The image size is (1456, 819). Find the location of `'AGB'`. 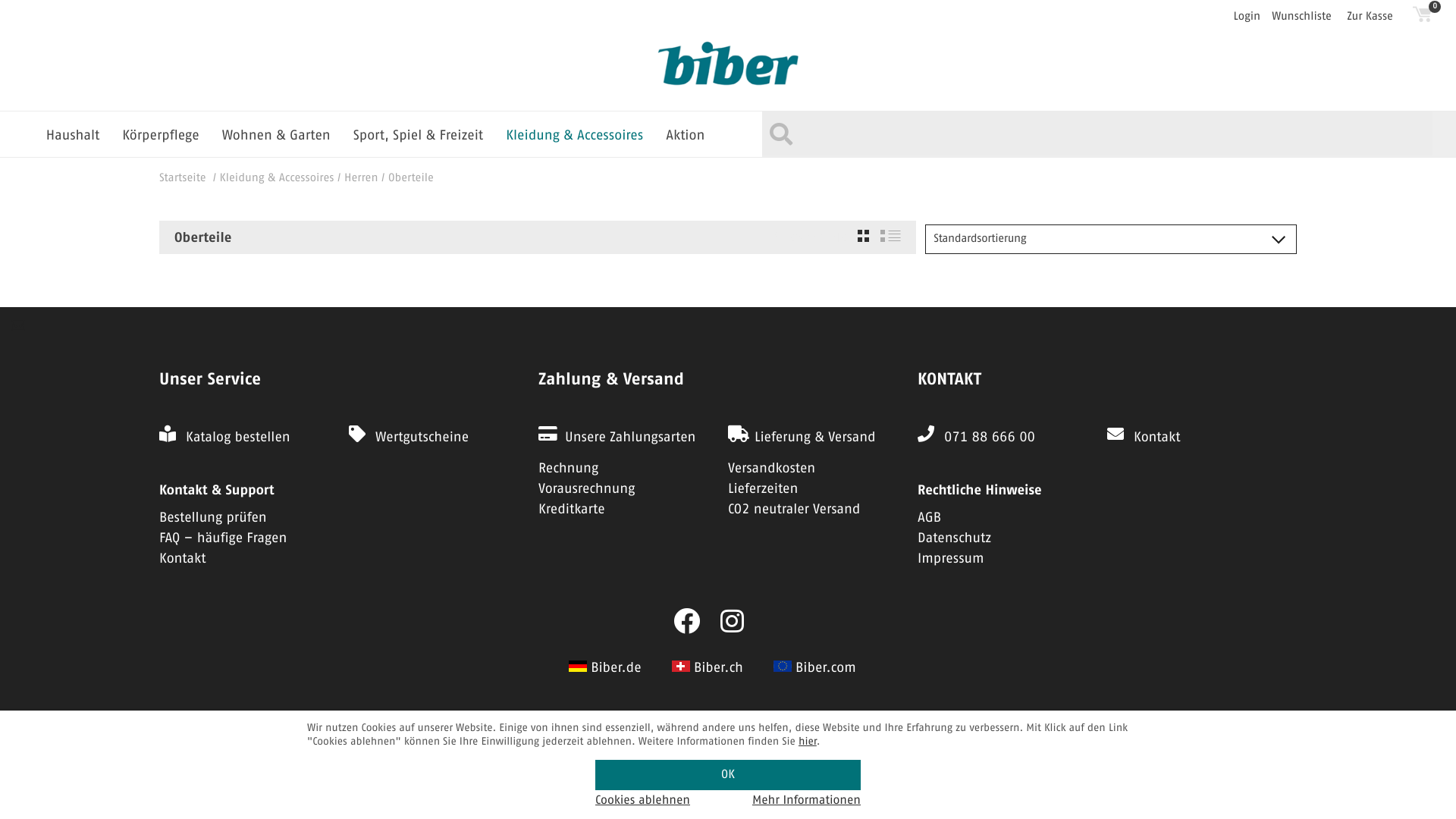

'AGB' is located at coordinates (928, 516).